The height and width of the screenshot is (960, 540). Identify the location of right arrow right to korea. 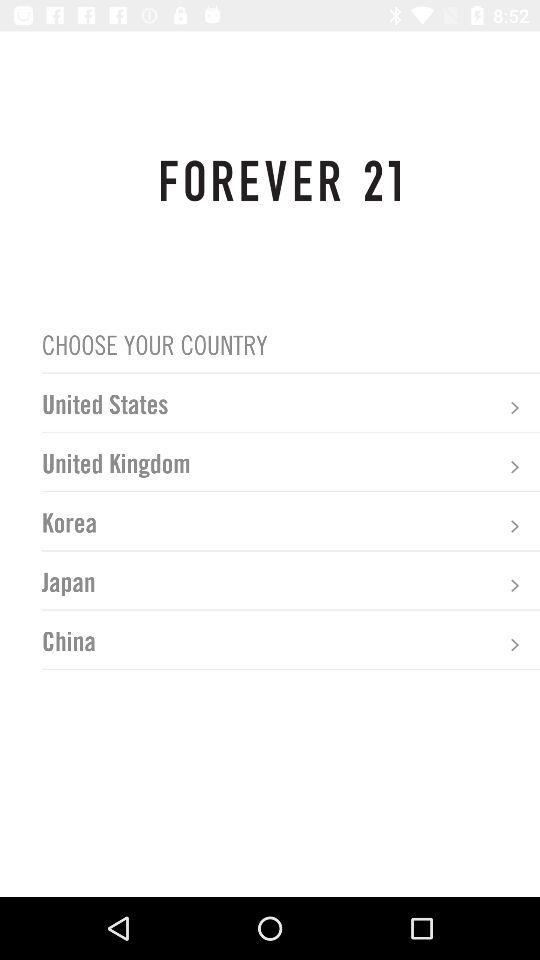
(514, 525).